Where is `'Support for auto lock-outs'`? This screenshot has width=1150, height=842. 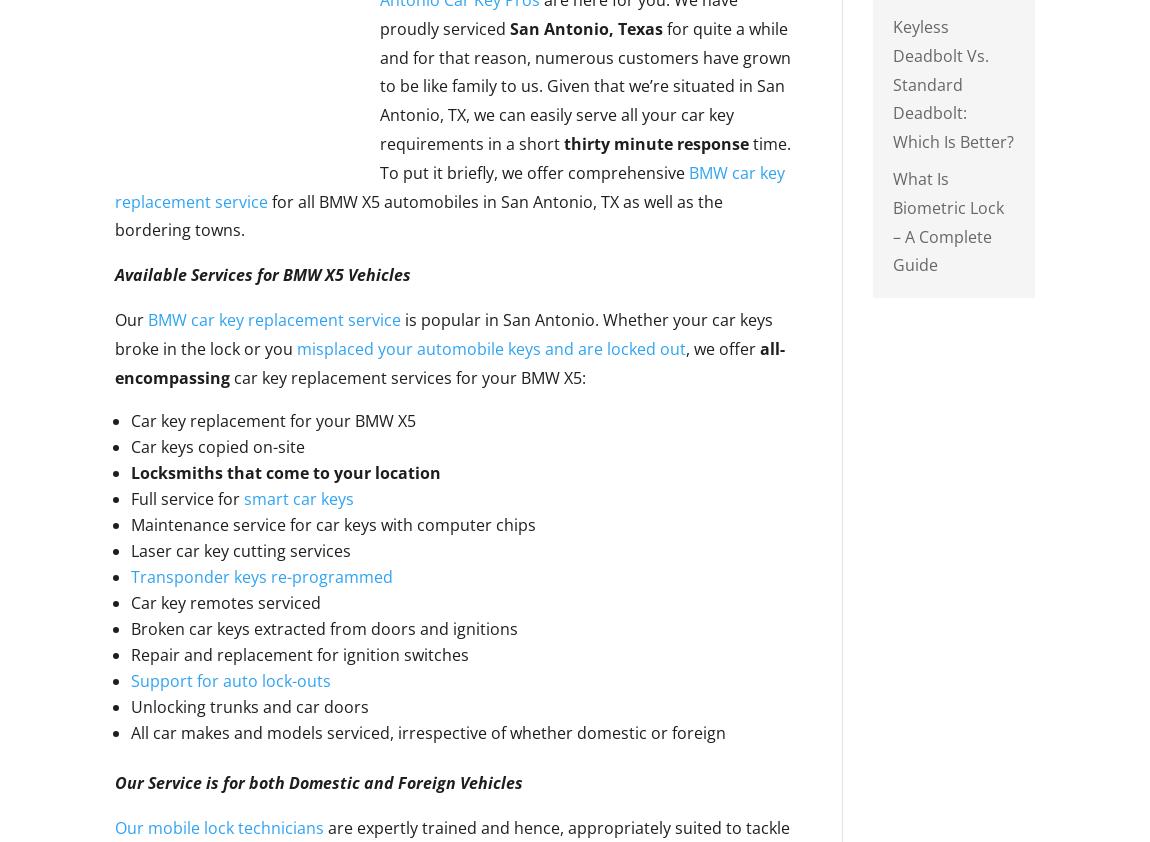
'Support for auto lock-outs' is located at coordinates (230, 681).